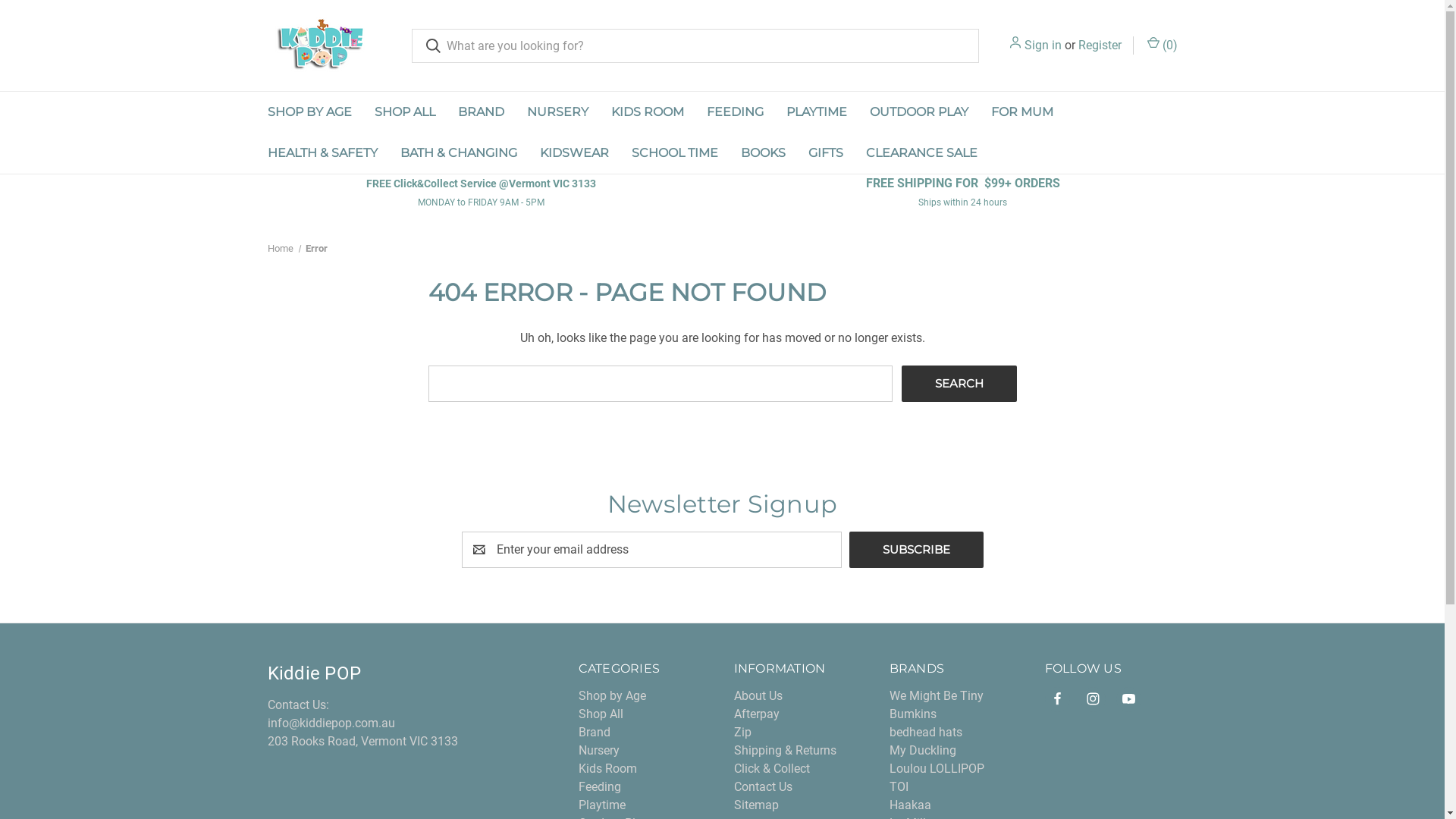 The height and width of the screenshot is (819, 1456). What do you see at coordinates (912, 714) in the screenshot?
I see `'Bumkins'` at bounding box center [912, 714].